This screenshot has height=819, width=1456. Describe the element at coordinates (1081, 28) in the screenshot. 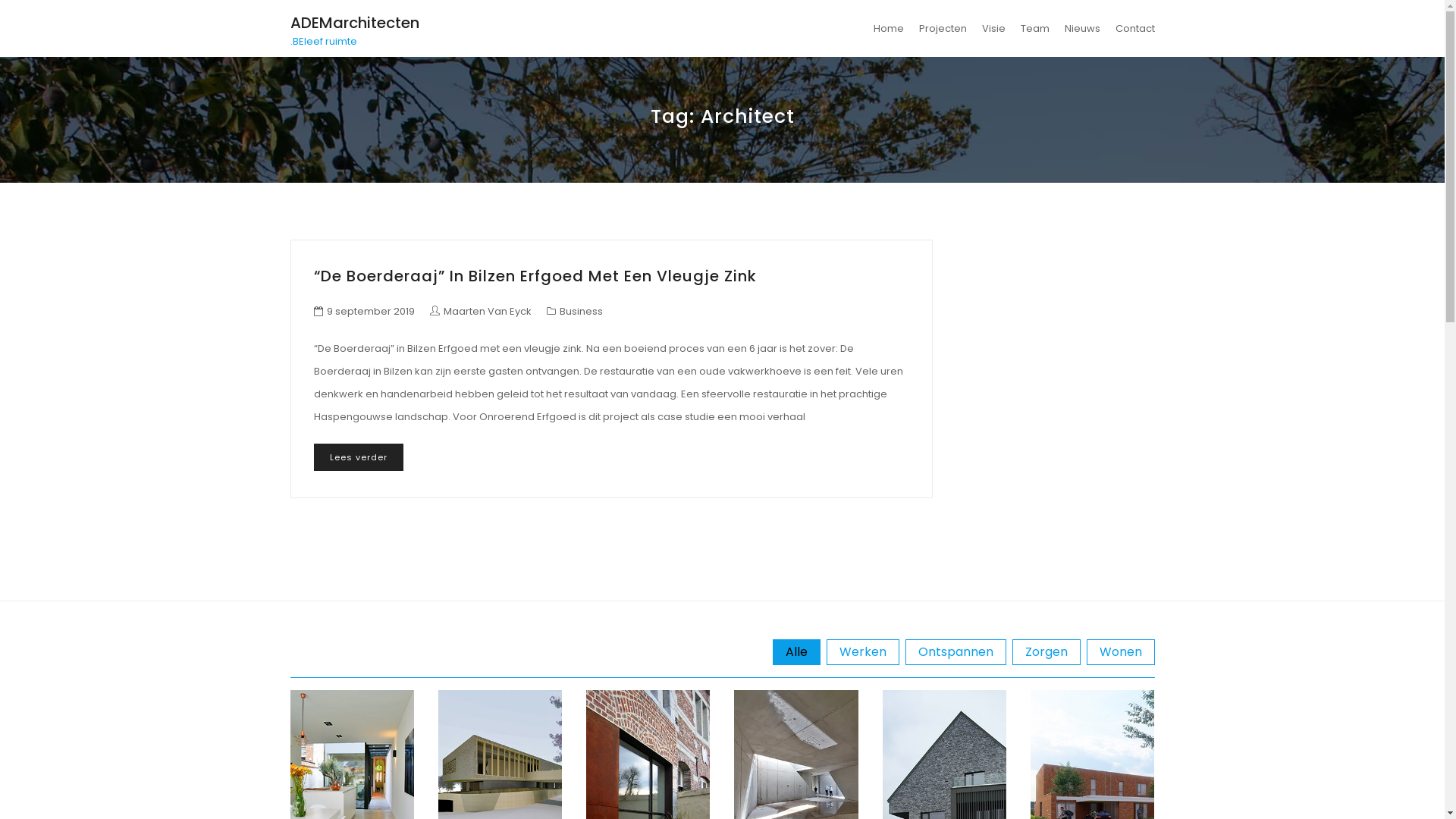

I see `'Nieuws'` at that location.